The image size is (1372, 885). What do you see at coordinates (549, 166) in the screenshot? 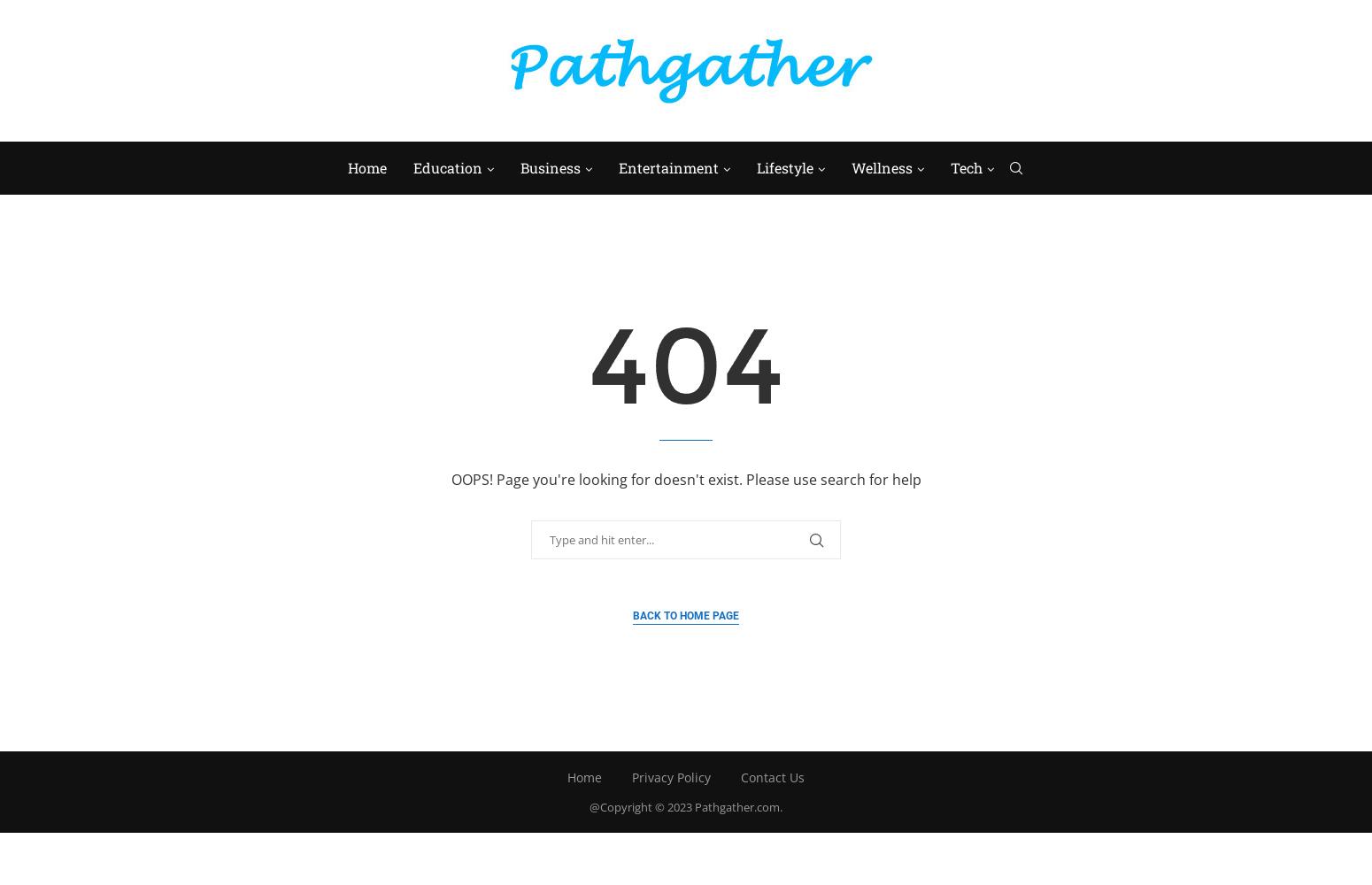
I see `'Business'` at bounding box center [549, 166].